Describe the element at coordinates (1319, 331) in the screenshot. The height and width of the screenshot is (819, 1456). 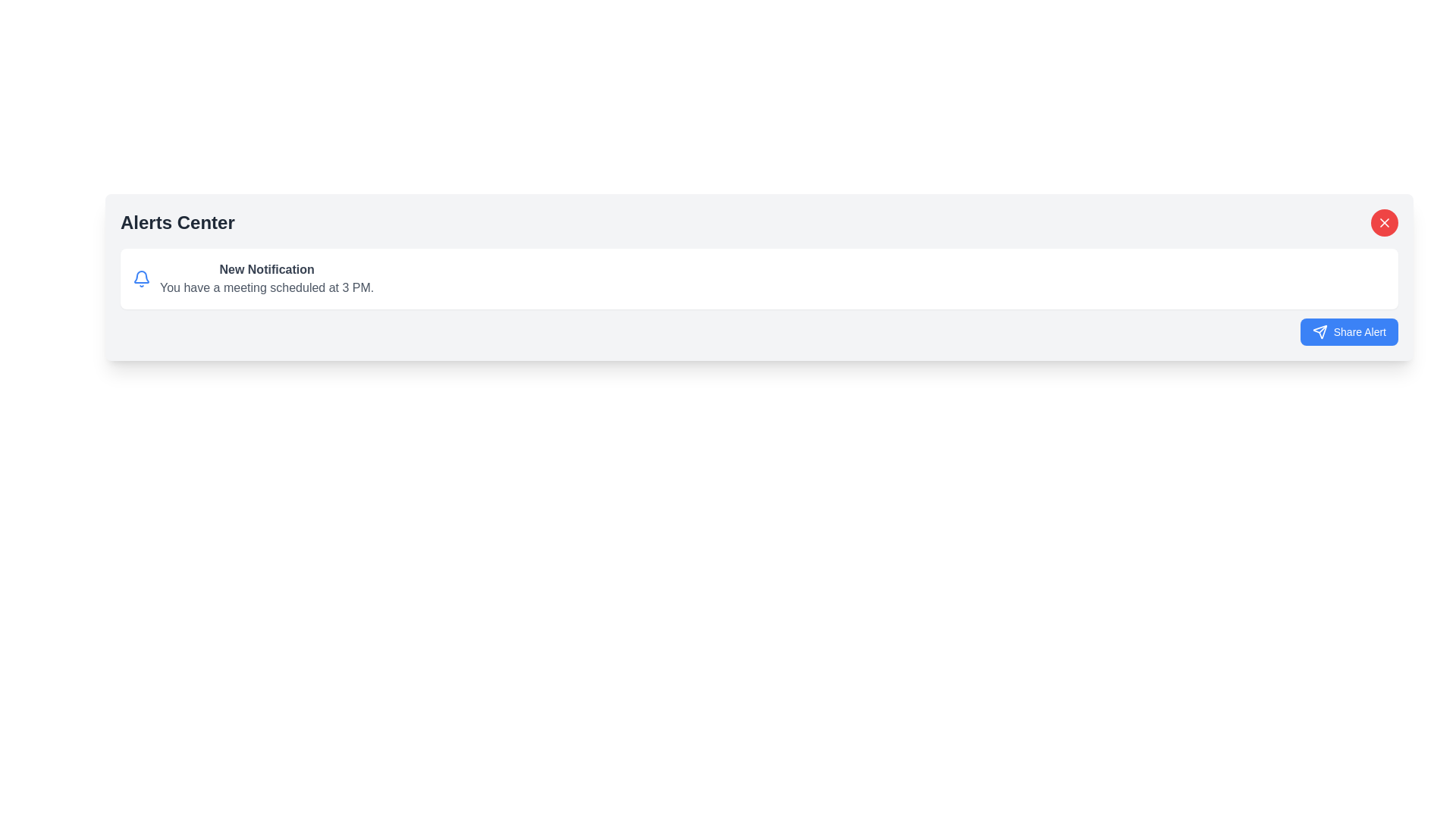
I see `the SVG icon located within the blue rounded rectangle button labeled 'Share Alert' at the bottom right corner of the alert card for additional options` at that location.